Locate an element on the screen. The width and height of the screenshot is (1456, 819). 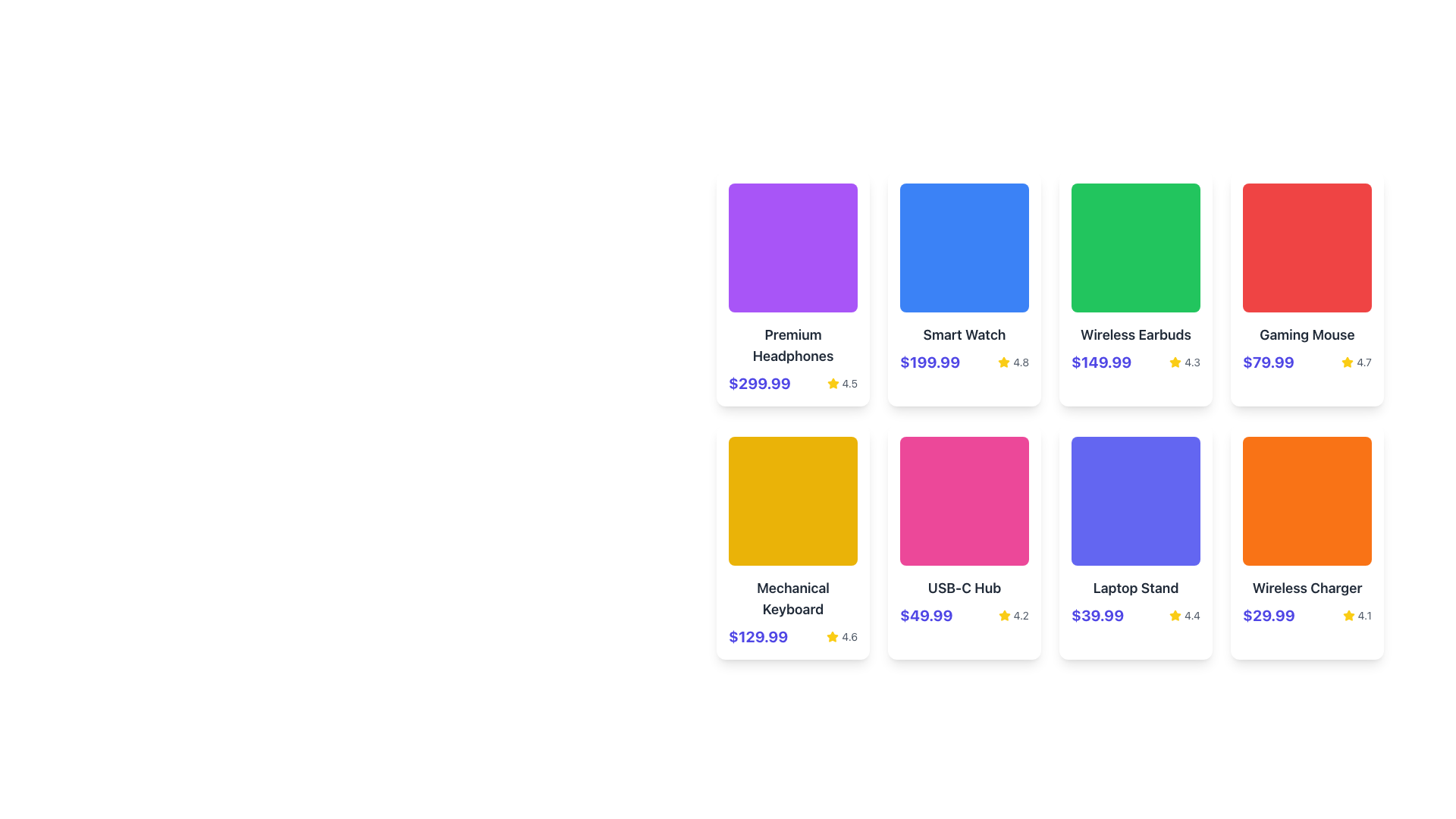
the price label displaying '$39.99' for the 'Laptop Stand' item is located at coordinates (1097, 616).